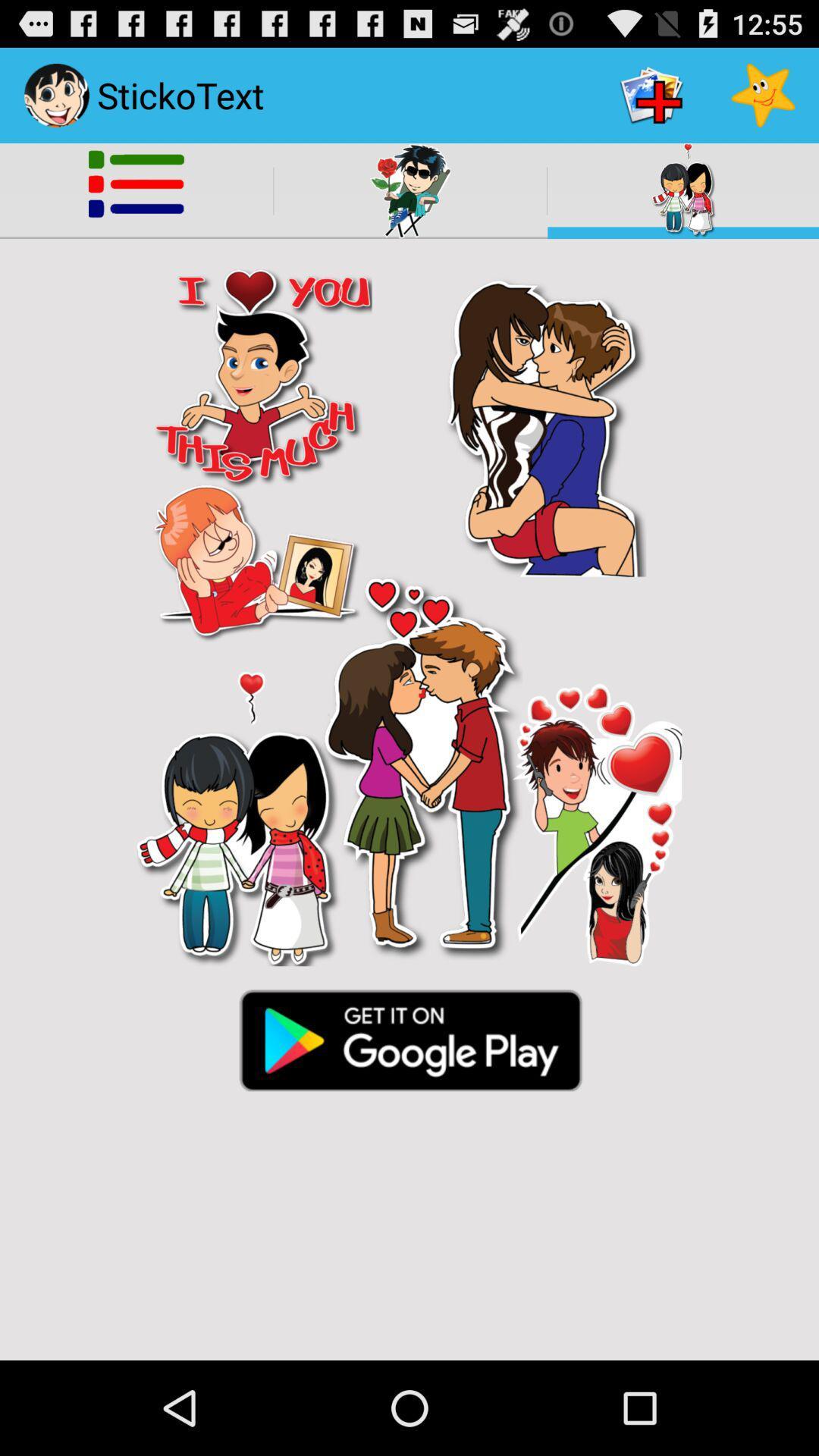  I want to click on open google play, so click(409, 1038).